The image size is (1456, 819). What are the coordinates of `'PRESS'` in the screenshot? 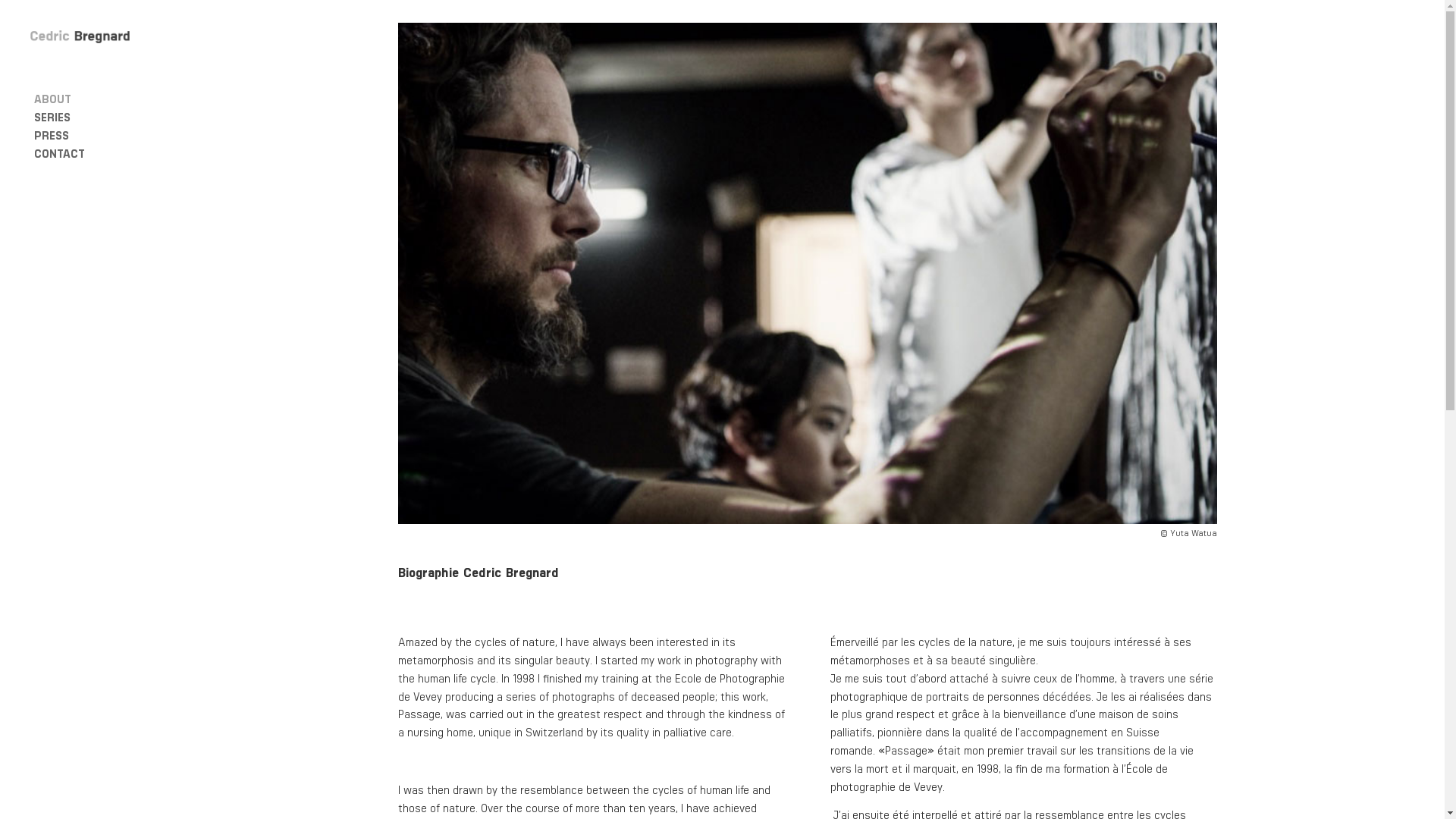 It's located at (99, 133).